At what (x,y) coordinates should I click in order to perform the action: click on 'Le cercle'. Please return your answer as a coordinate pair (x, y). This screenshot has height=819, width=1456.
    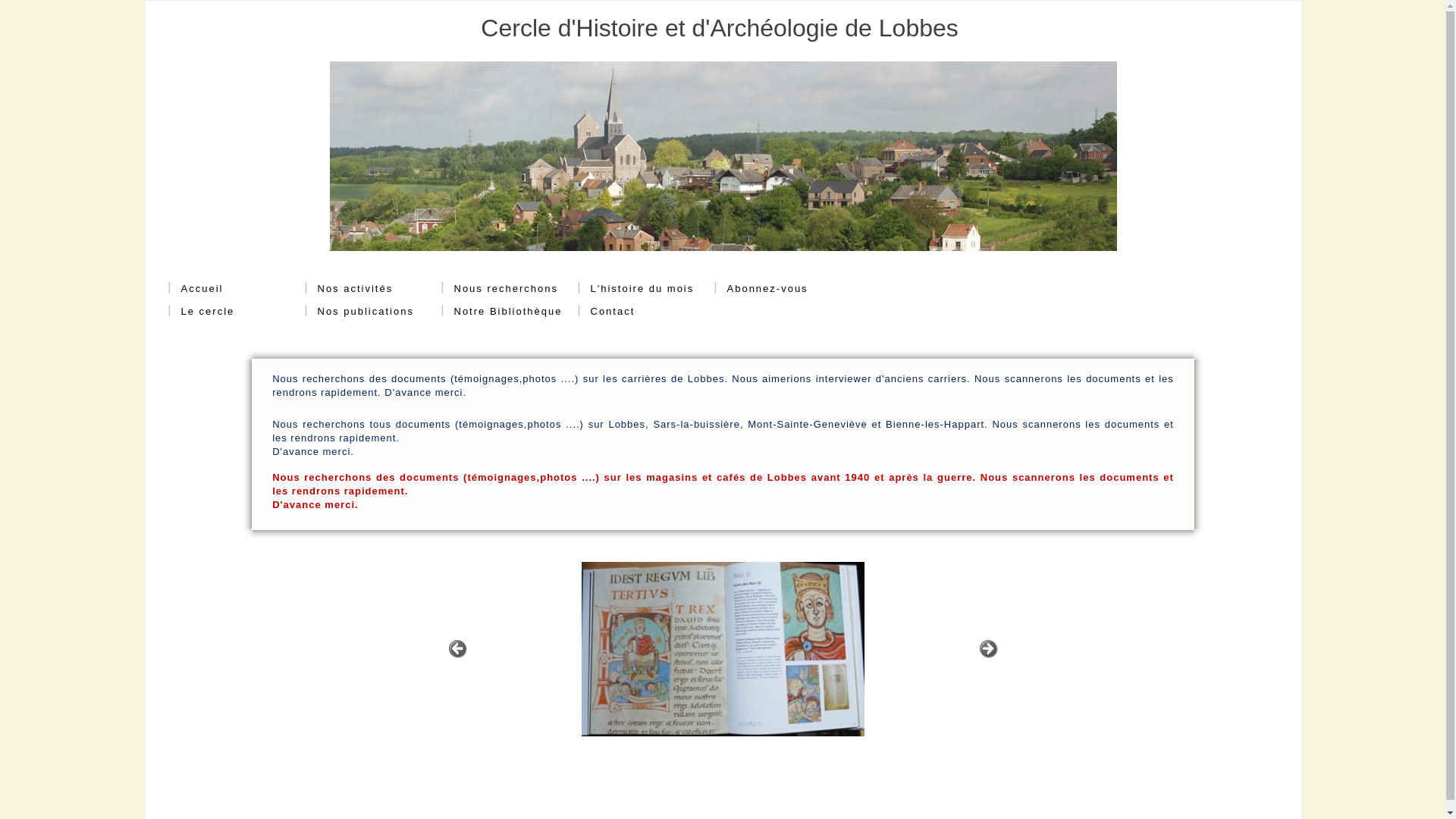
    Looking at the image, I should click on (200, 311).